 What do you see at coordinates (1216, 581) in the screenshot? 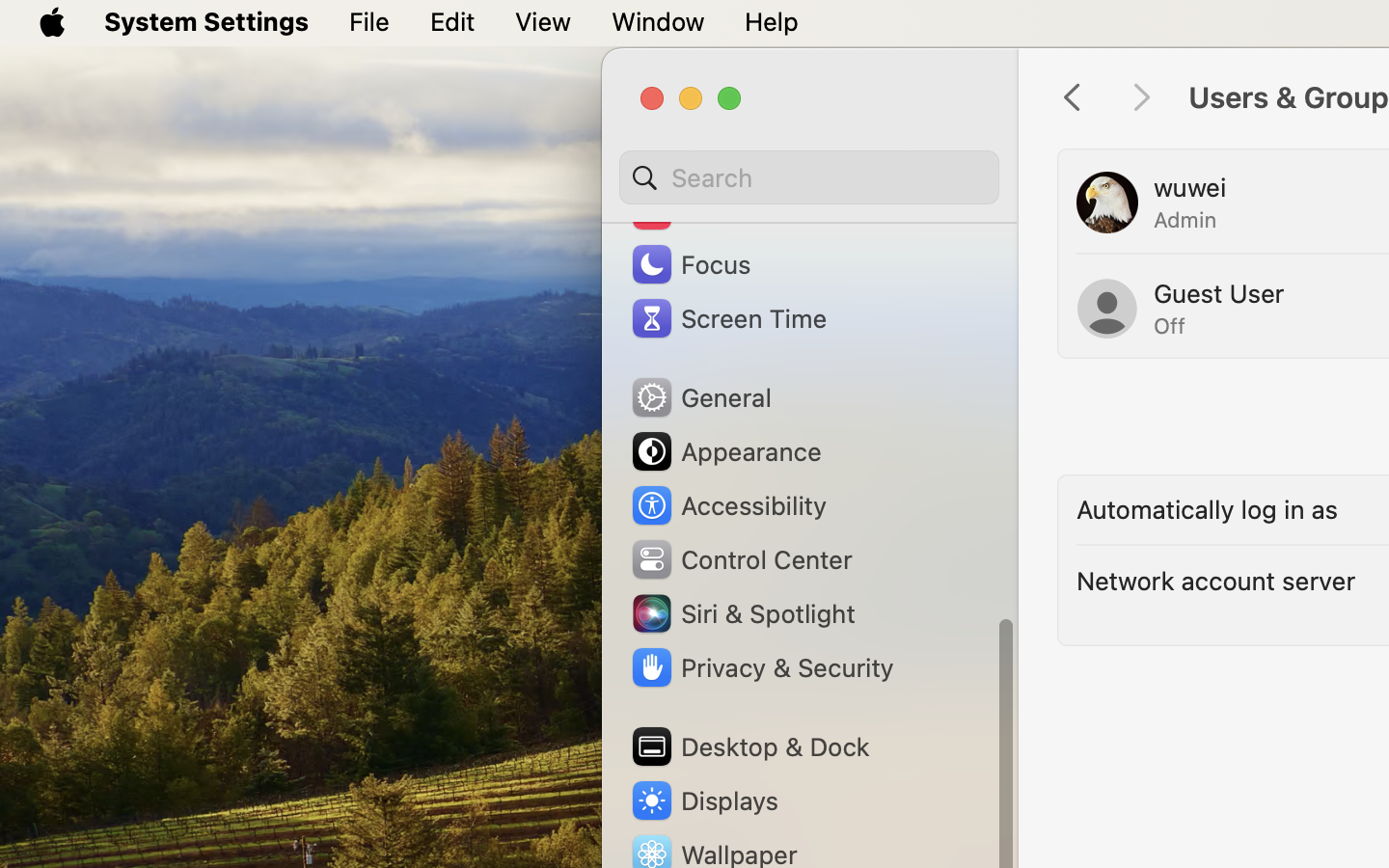
I see `'Network account server'` at bounding box center [1216, 581].